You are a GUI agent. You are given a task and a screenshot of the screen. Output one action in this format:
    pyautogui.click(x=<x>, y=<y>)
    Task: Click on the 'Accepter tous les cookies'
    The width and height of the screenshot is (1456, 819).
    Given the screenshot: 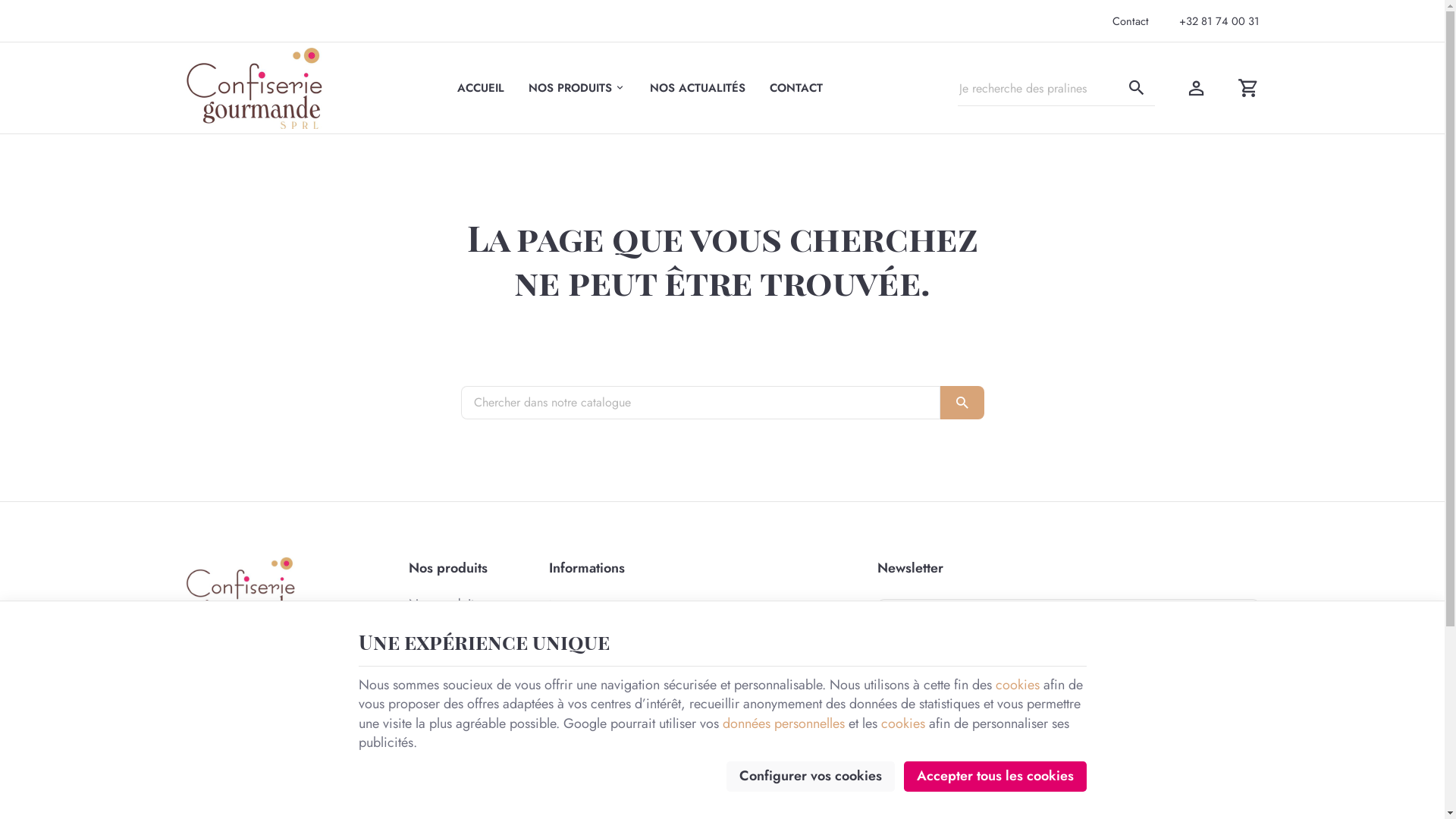 What is the action you would take?
    pyautogui.click(x=995, y=776)
    